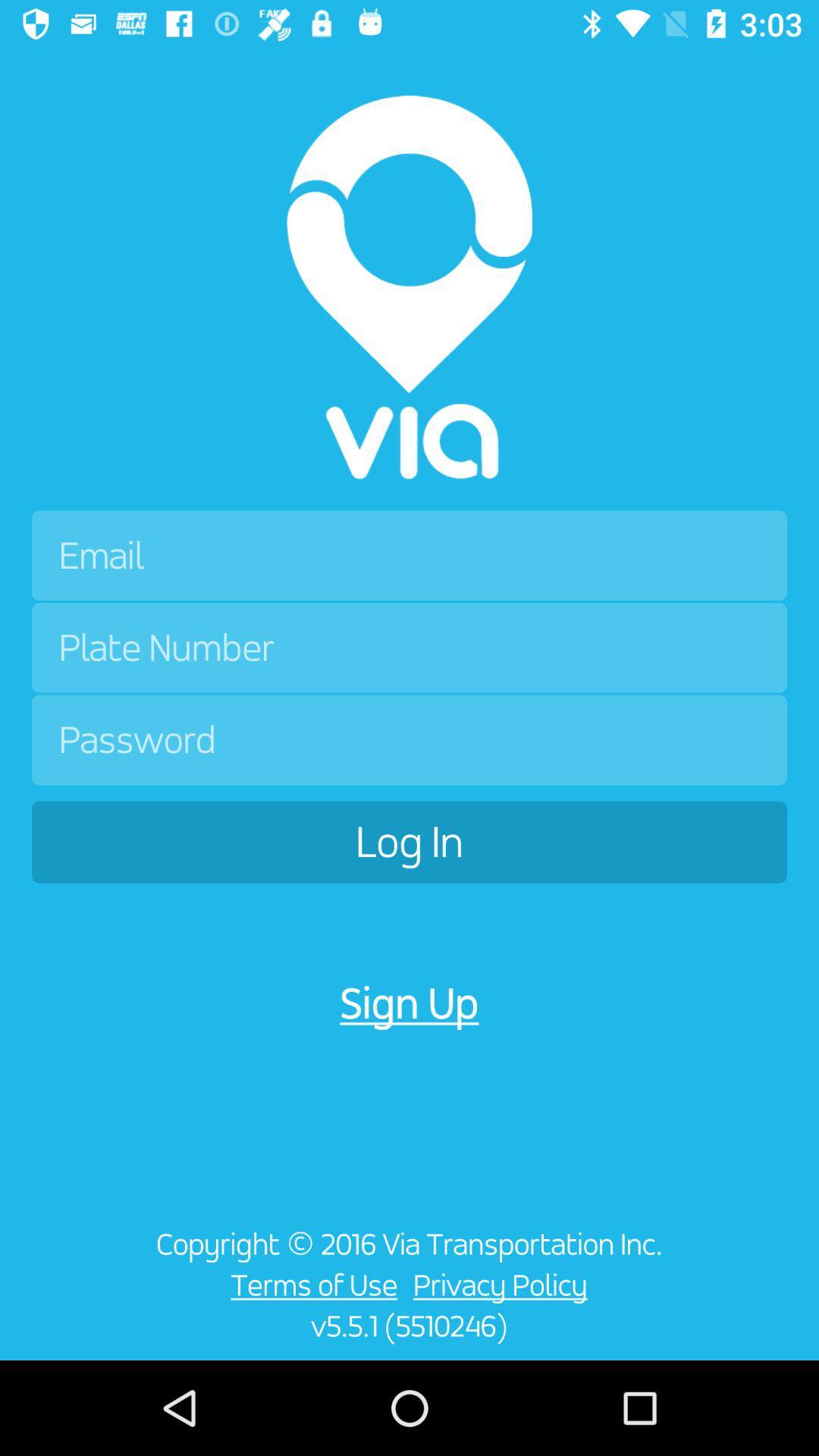 This screenshot has height=1456, width=819. I want to click on the item at the bottom left corner, so click(64, 1294).